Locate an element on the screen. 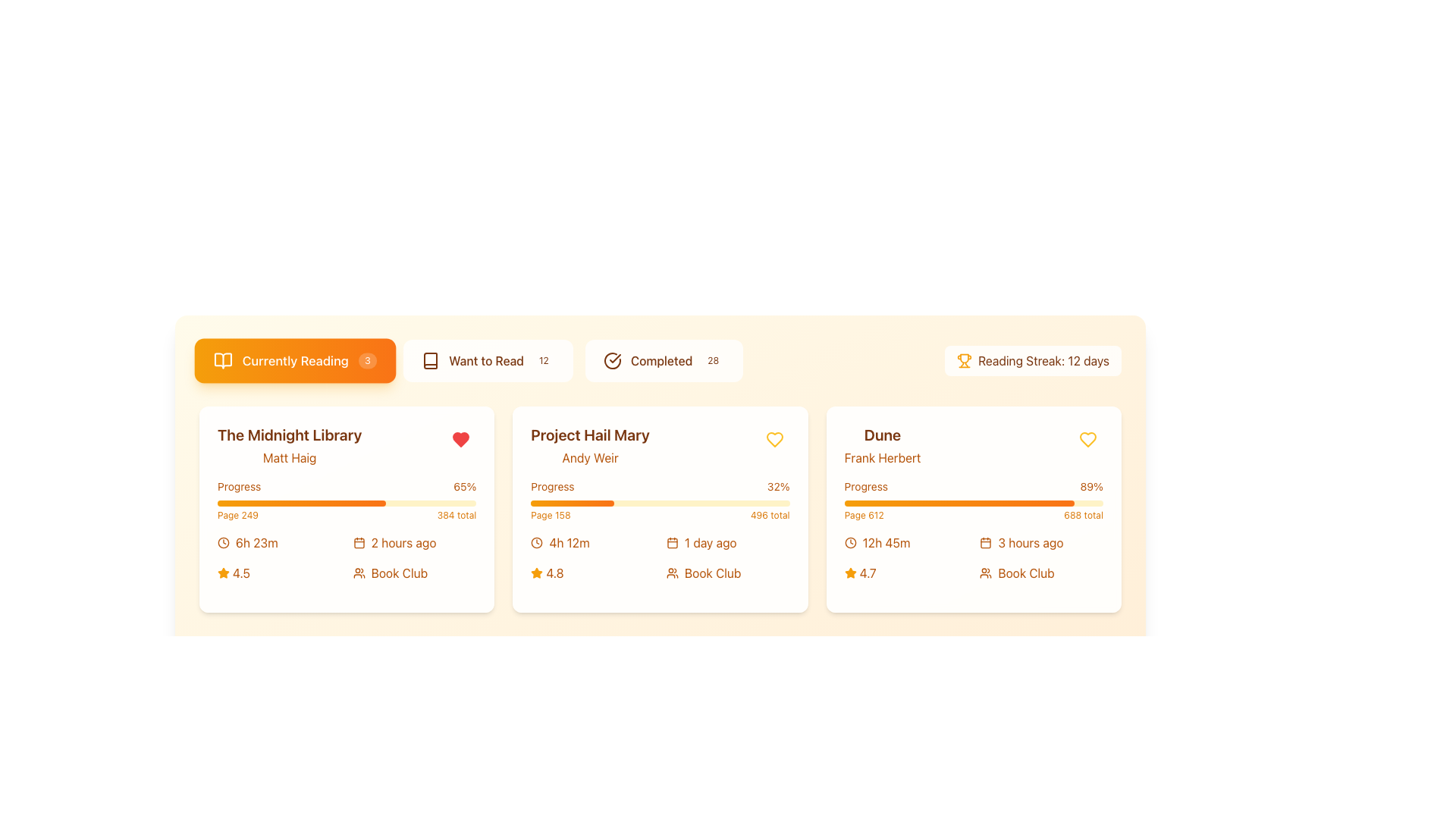 The width and height of the screenshot is (1456, 819). the icon indicating the elapsed reading time for the item 'Project Hail Mary', located in the second column of a four-column grid layout within the card labeled 'Project Hail Mary' is located at coordinates (591, 542).